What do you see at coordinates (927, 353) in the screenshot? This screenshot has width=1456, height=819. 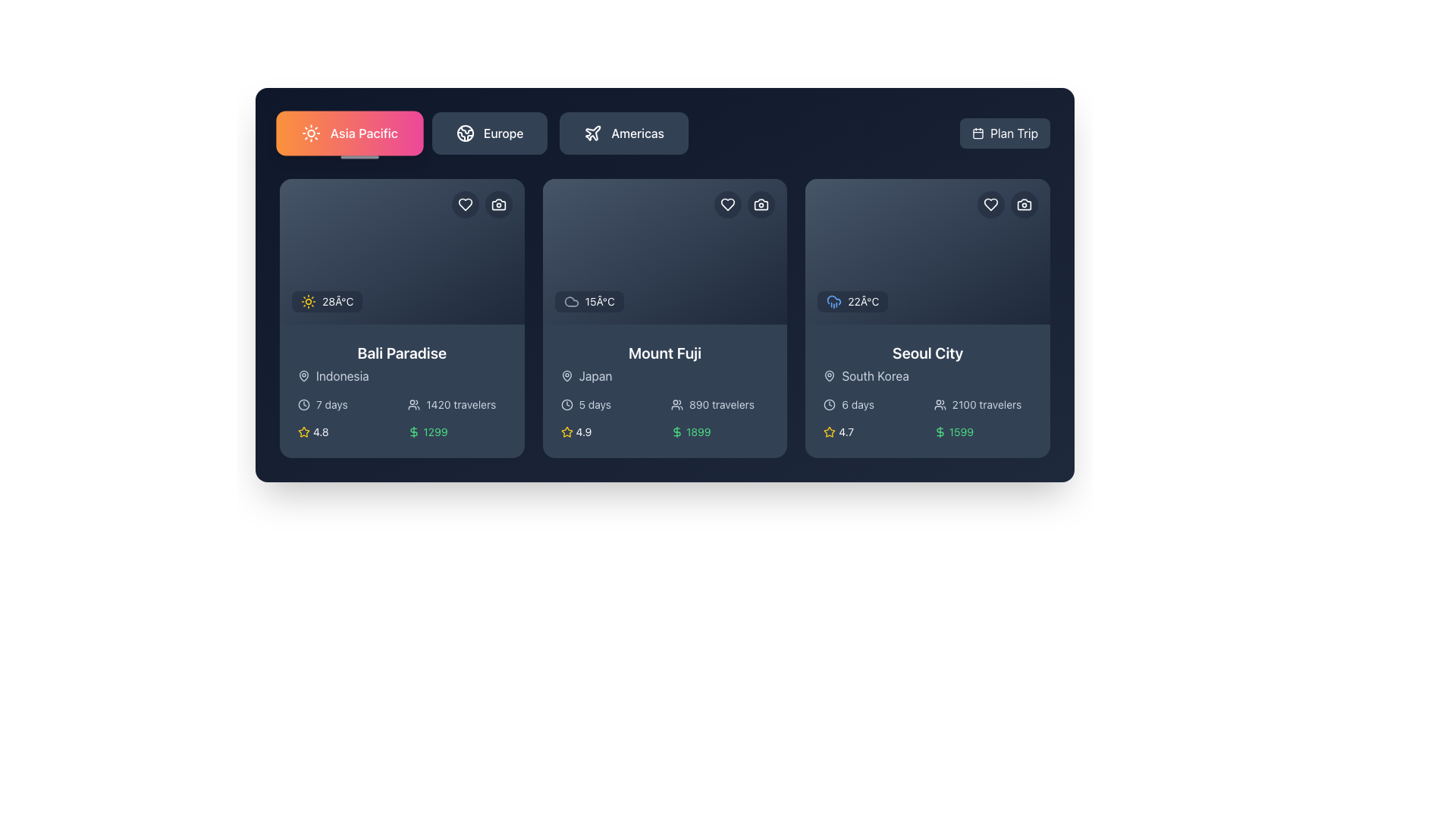 I see `the text element displaying 'Seoul City' in a bold, large font on a darker background` at bounding box center [927, 353].